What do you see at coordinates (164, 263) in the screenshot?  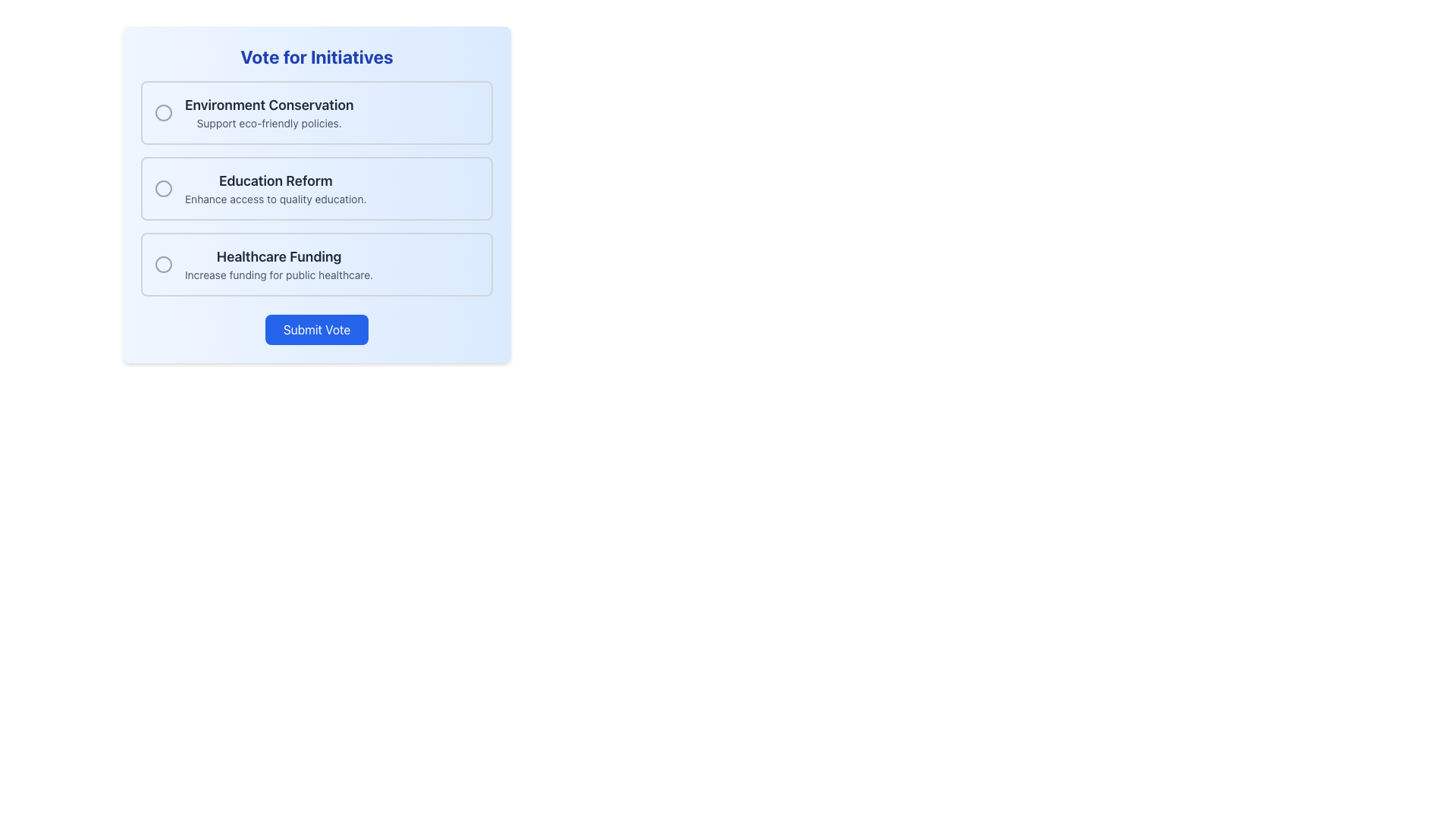 I see `the unselected radio button located to the left of the 'Healthcare Funding' label in the vertical list of choices` at bounding box center [164, 263].